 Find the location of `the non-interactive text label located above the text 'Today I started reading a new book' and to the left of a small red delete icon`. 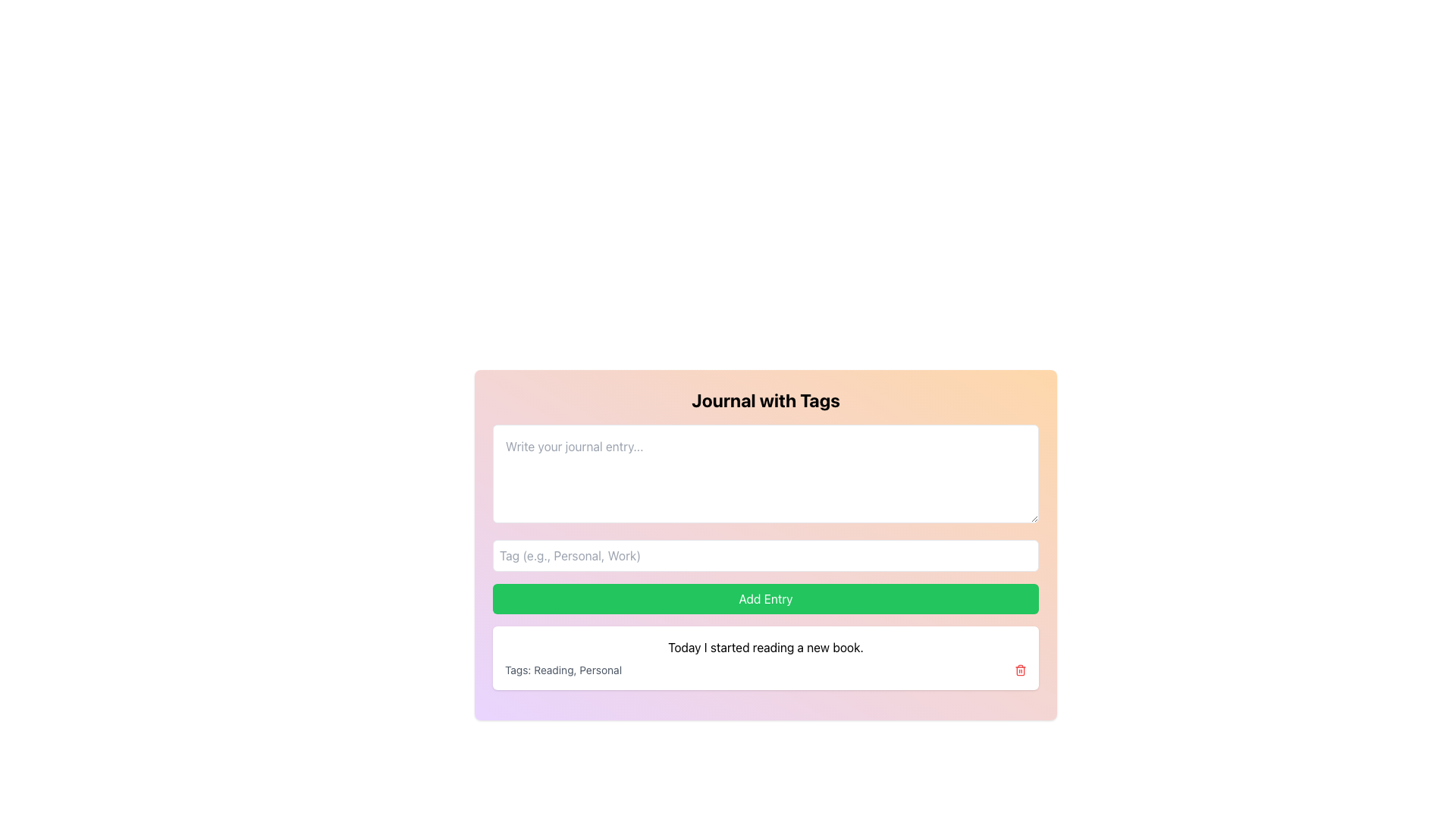

the non-interactive text label located above the text 'Today I started reading a new book' and to the left of a small red delete icon is located at coordinates (563, 669).